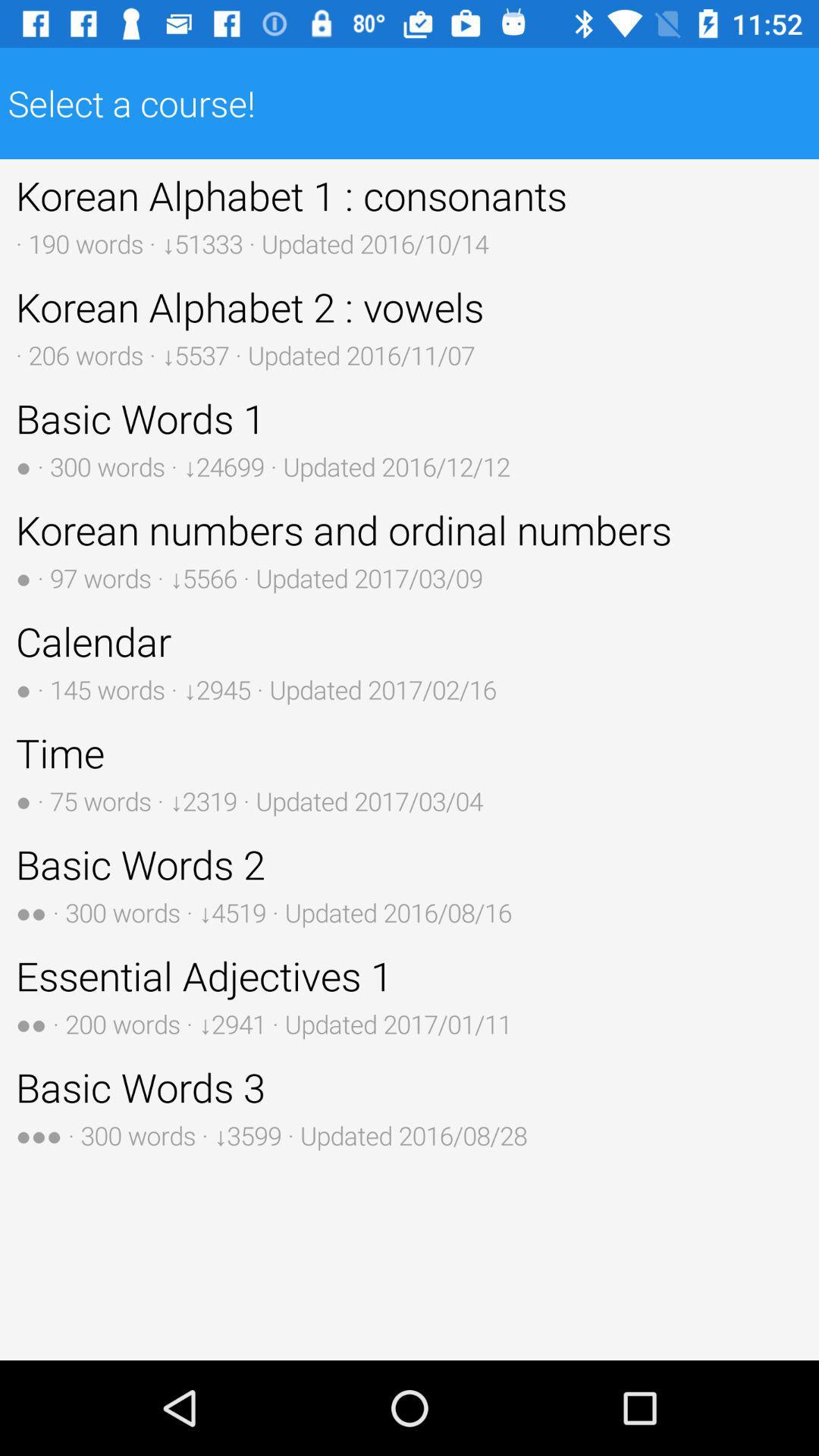 The width and height of the screenshot is (819, 1456). Describe the element at coordinates (409, 772) in the screenshot. I see `time 75 words item` at that location.